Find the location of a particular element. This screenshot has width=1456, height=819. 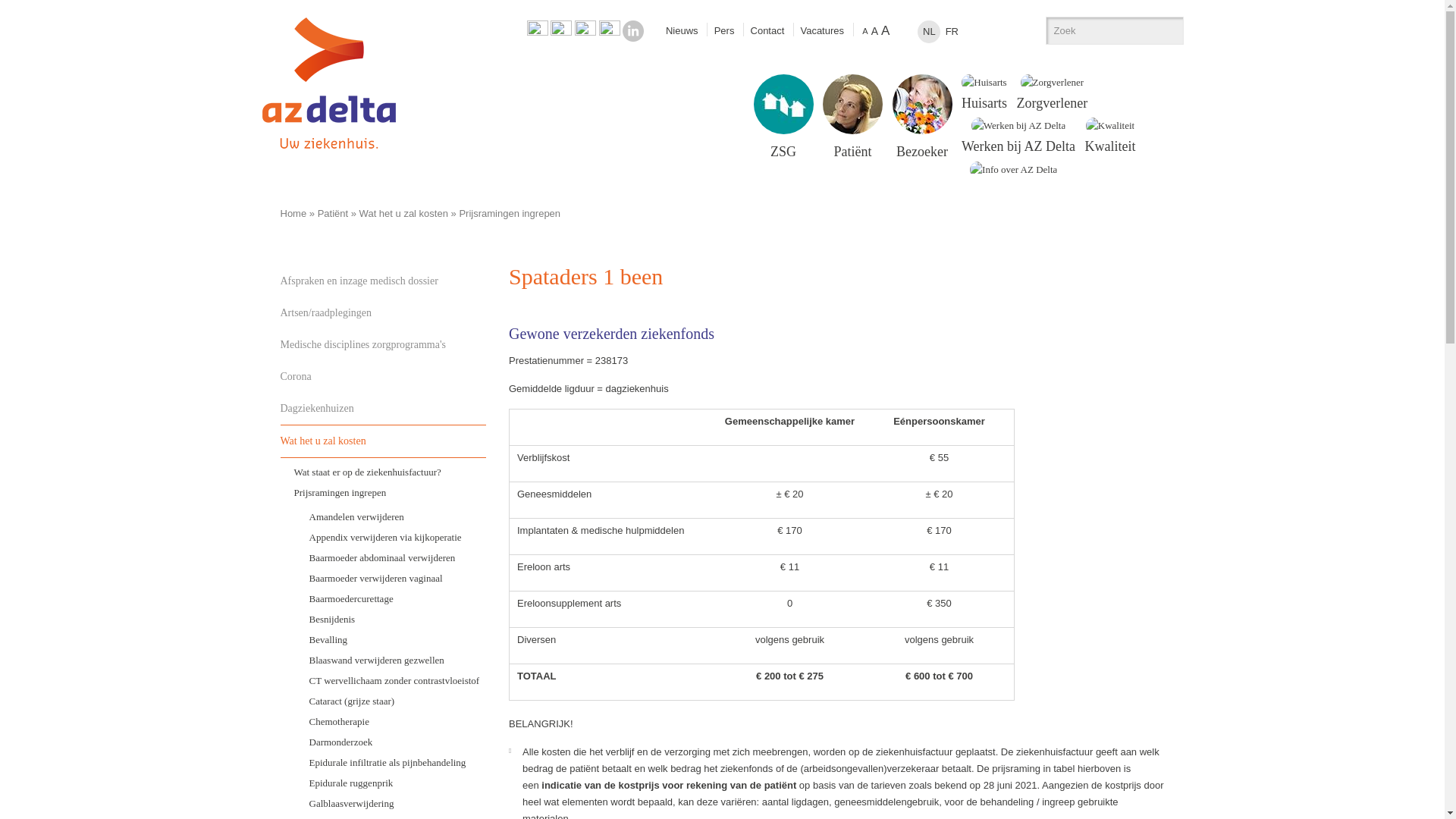

'Vacatures' is located at coordinates (821, 30).